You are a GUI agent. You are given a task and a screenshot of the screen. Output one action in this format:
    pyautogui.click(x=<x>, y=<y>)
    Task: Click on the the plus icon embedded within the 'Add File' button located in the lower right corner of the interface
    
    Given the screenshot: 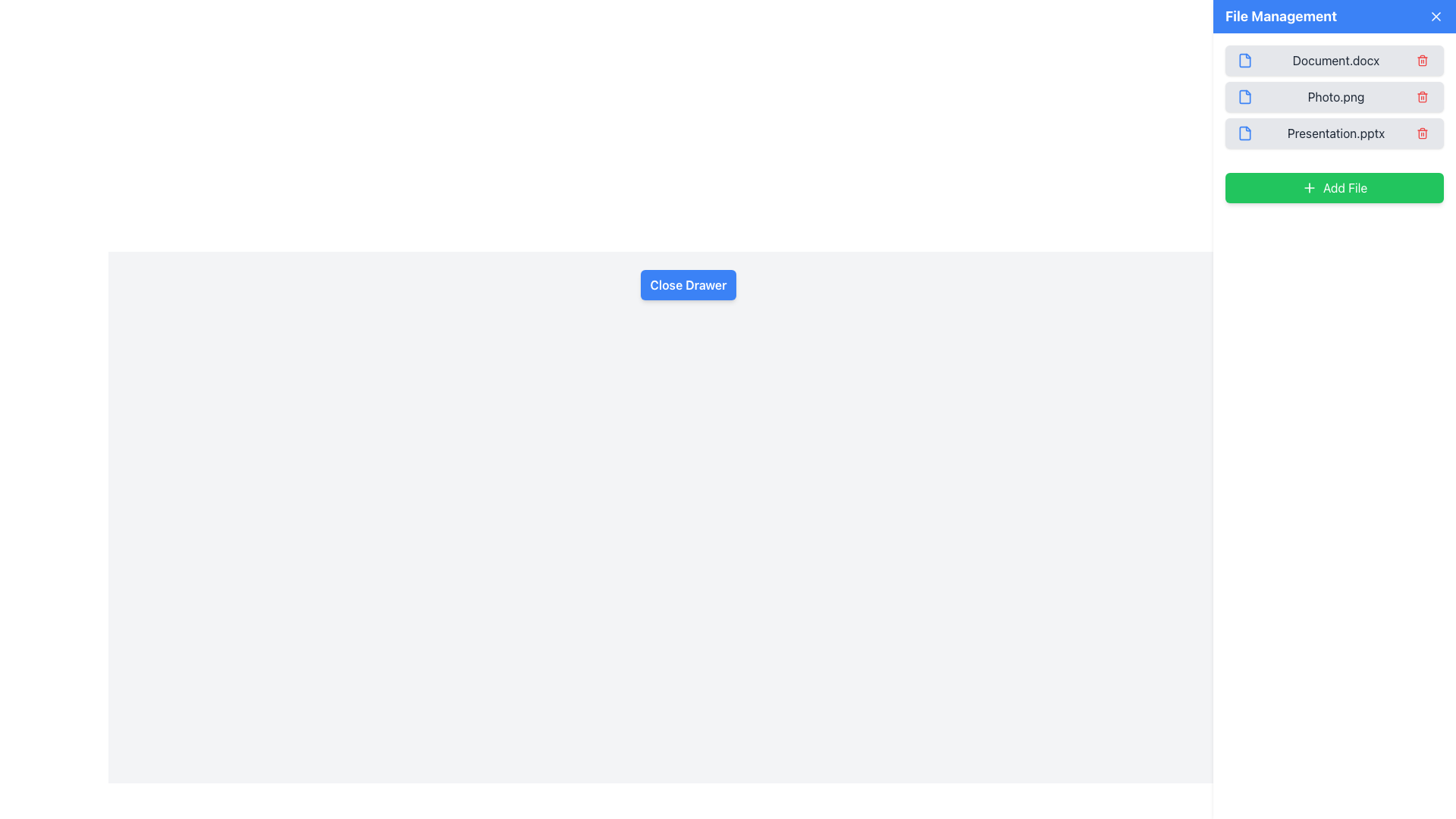 What is the action you would take?
    pyautogui.click(x=1308, y=187)
    